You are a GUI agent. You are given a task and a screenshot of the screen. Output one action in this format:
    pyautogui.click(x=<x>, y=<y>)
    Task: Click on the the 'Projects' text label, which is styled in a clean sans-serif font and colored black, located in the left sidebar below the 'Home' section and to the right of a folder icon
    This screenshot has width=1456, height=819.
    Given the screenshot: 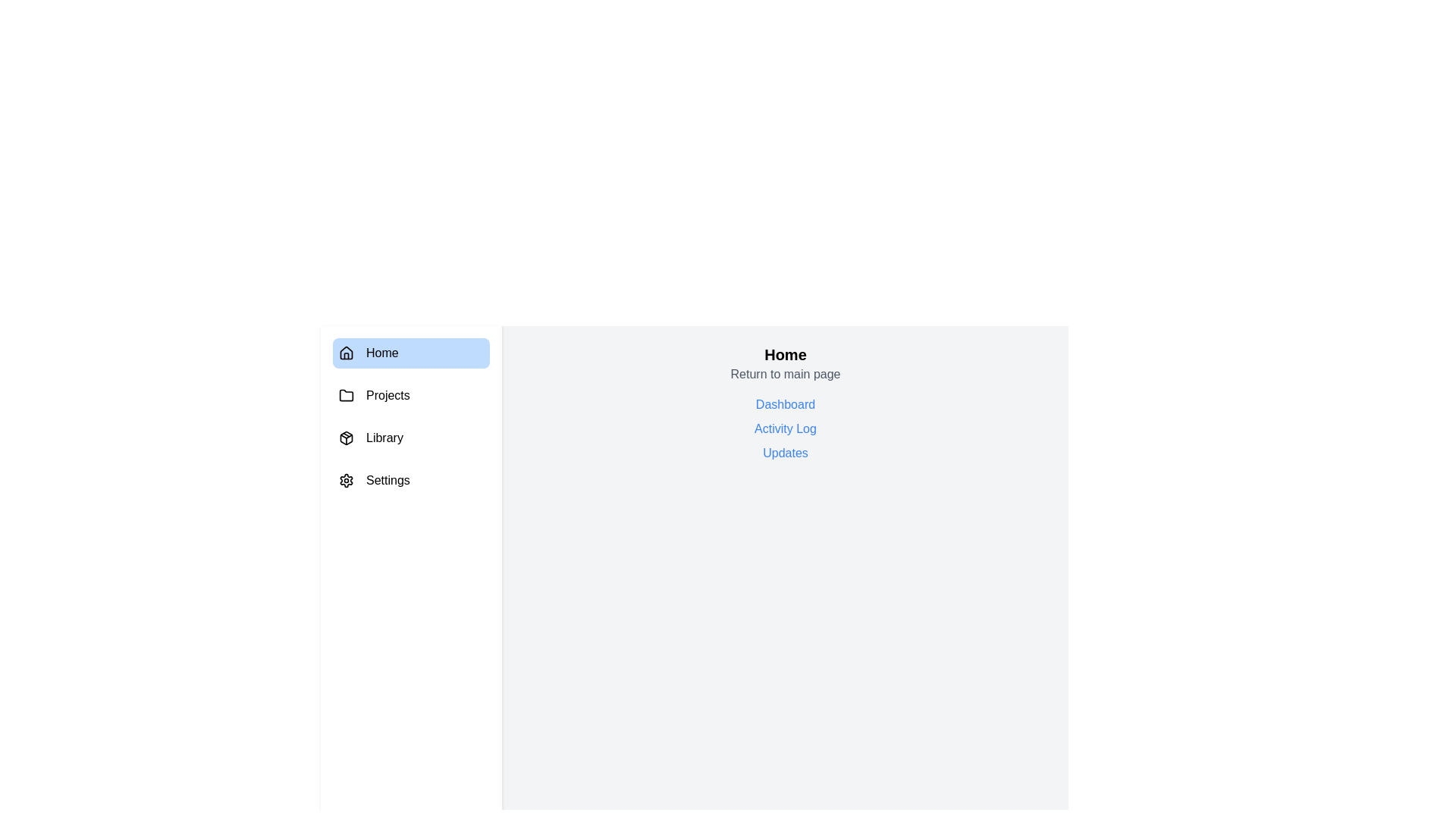 What is the action you would take?
    pyautogui.click(x=388, y=394)
    